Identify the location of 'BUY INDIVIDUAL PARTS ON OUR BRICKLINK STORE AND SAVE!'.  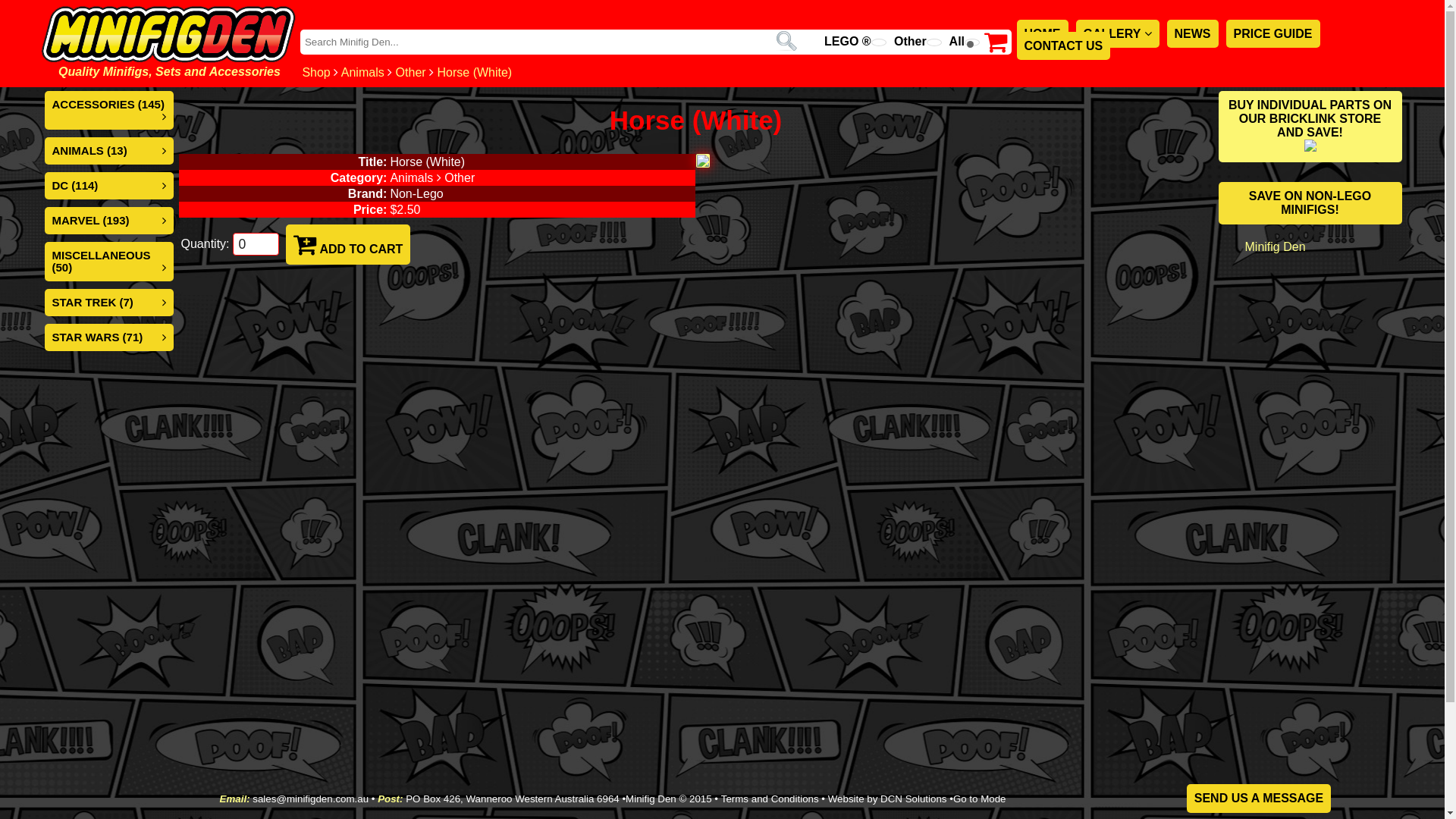
(1309, 125).